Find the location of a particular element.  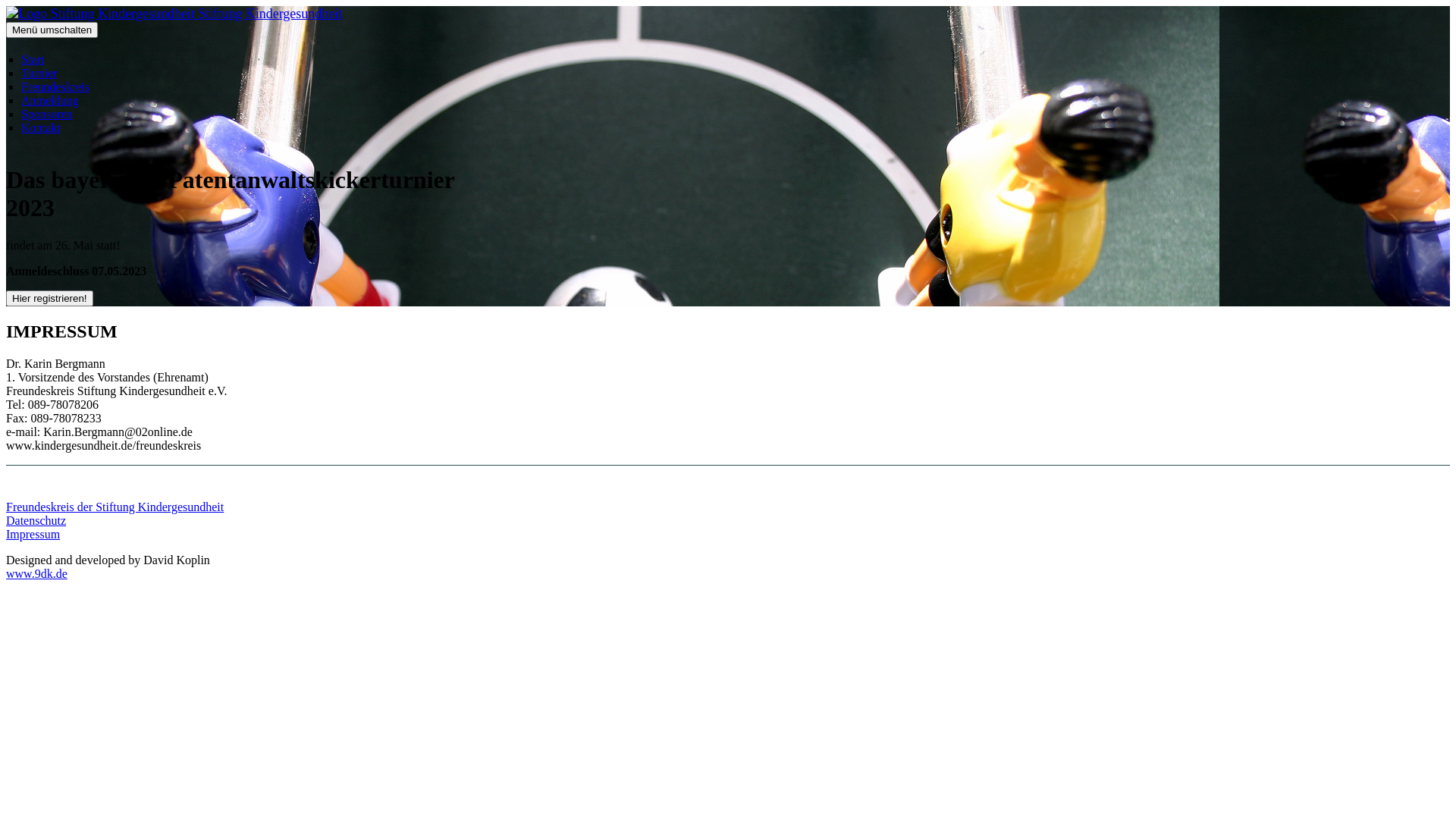

'Freundeskreis der Stiftung Kindergesundheit' is located at coordinates (6, 507).